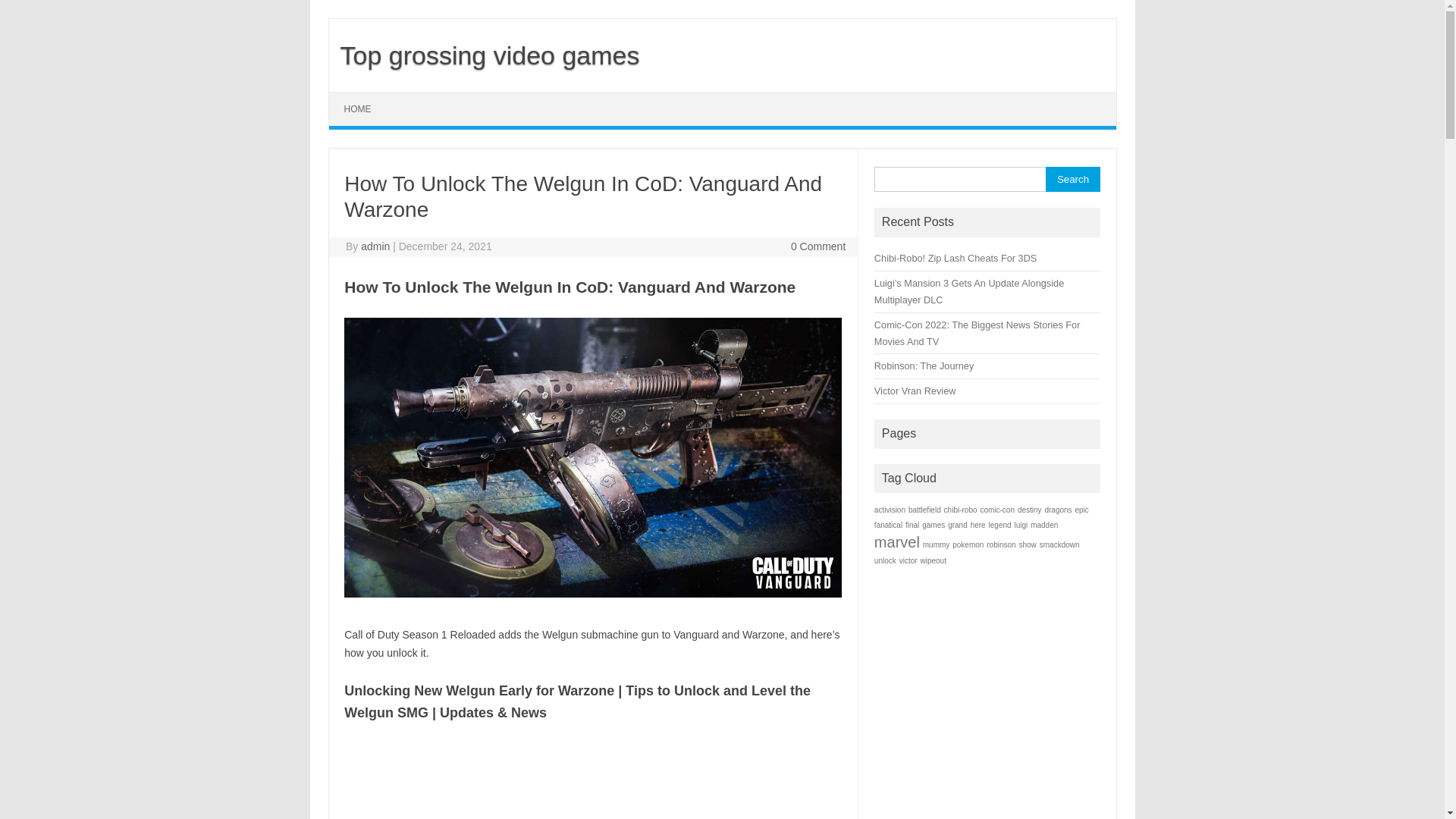 The image size is (1456, 819). Describe the element at coordinates (1028, 544) in the screenshot. I see `'show'` at that location.